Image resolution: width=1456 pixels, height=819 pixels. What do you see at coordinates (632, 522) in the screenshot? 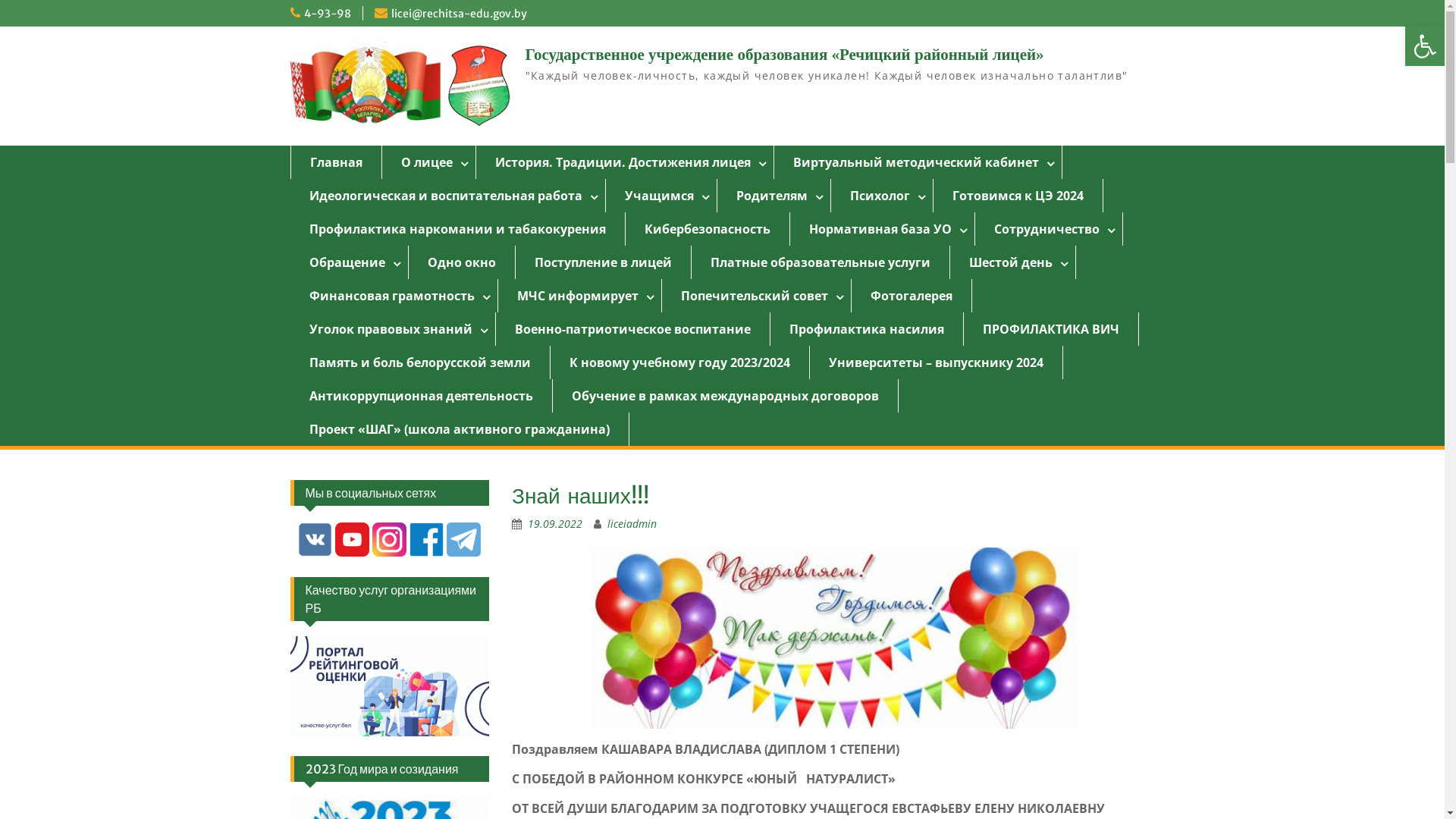
I see `'liceiadmin'` at bounding box center [632, 522].